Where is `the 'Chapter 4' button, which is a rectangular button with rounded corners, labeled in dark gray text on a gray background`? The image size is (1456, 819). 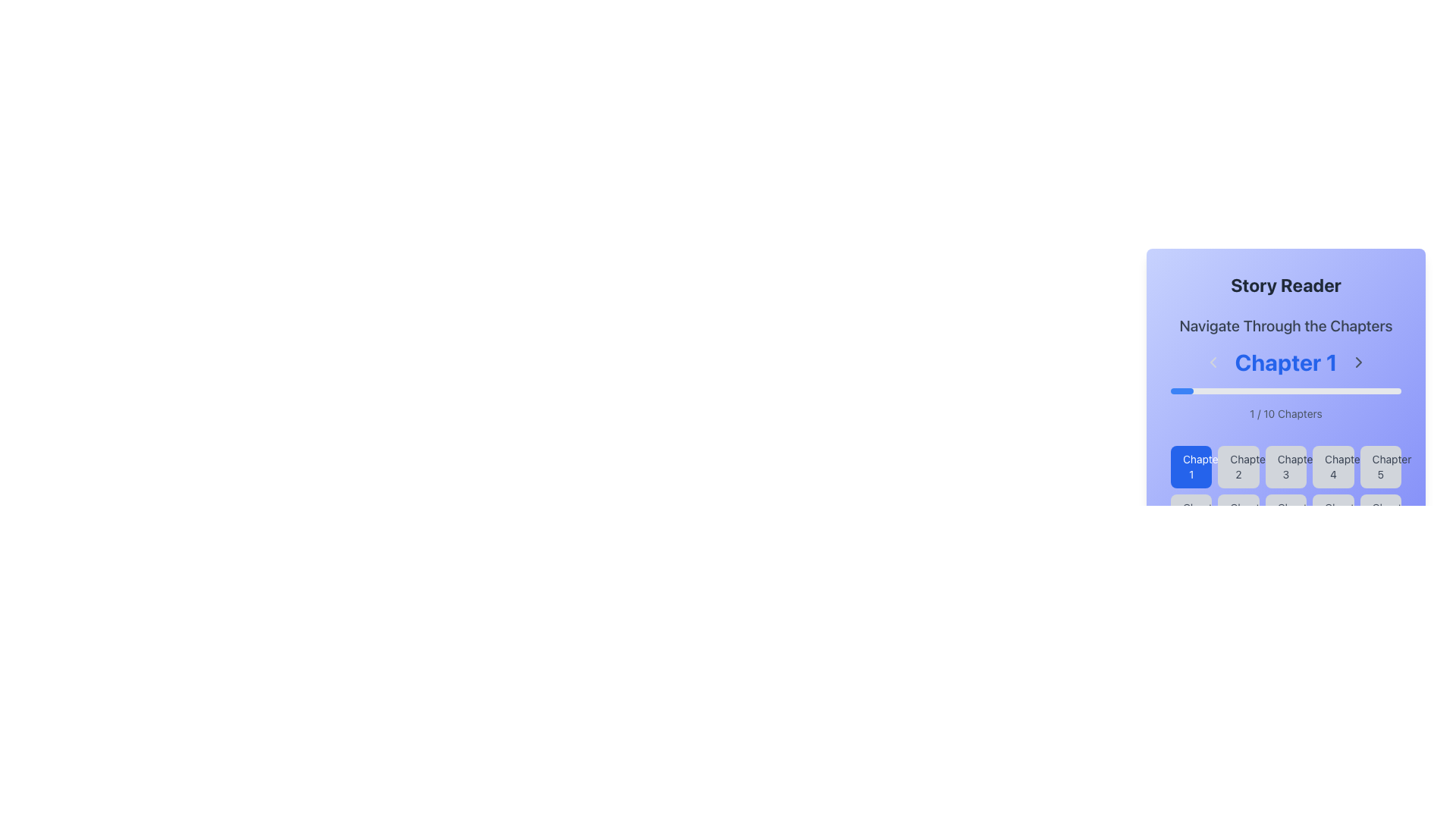 the 'Chapter 4' button, which is a rectangular button with rounded corners, labeled in dark gray text on a gray background is located at coordinates (1332, 466).